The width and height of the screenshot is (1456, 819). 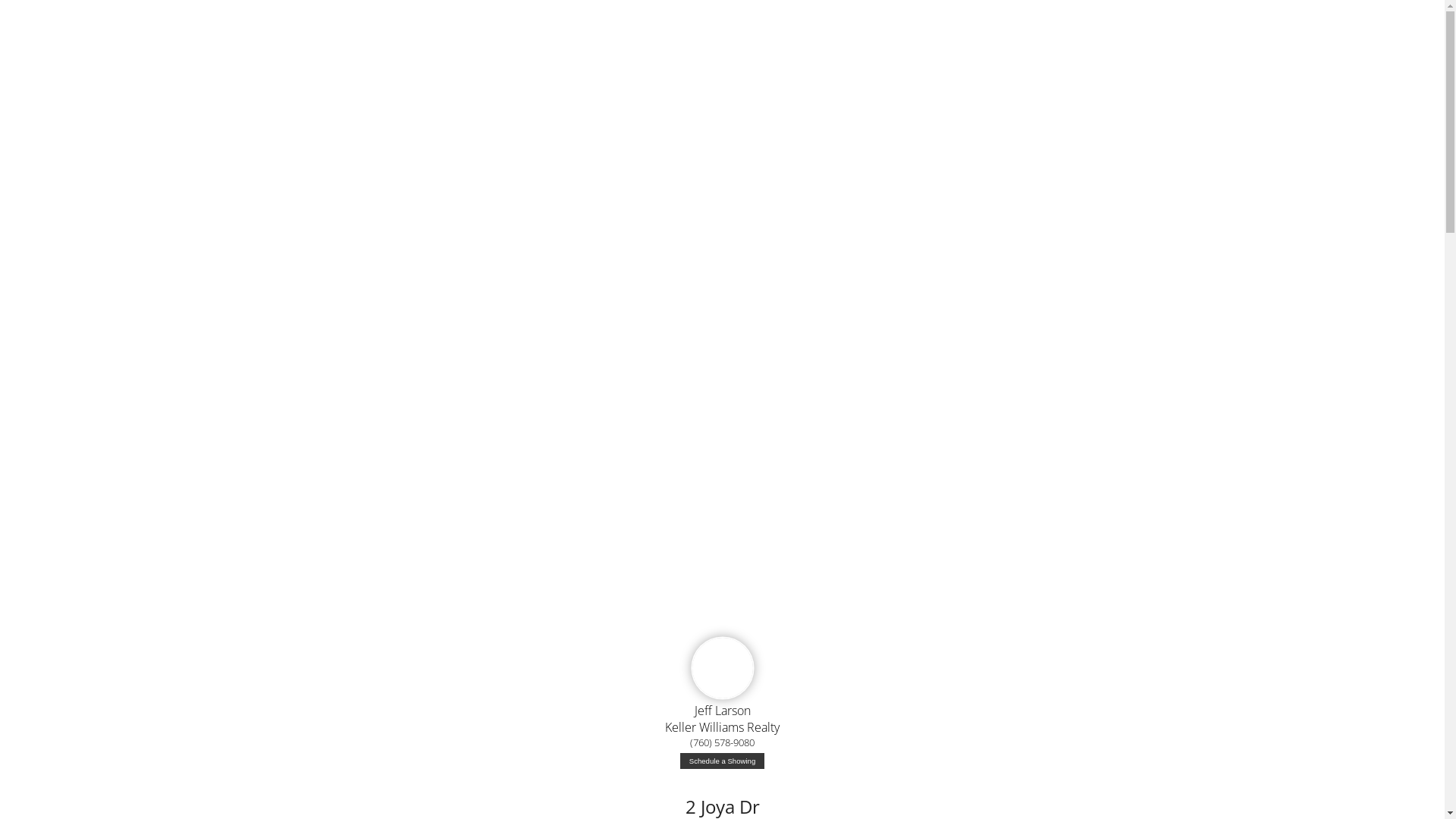 What do you see at coordinates (721, 761) in the screenshot?
I see `'Schedule a Showing'` at bounding box center [721, 761].